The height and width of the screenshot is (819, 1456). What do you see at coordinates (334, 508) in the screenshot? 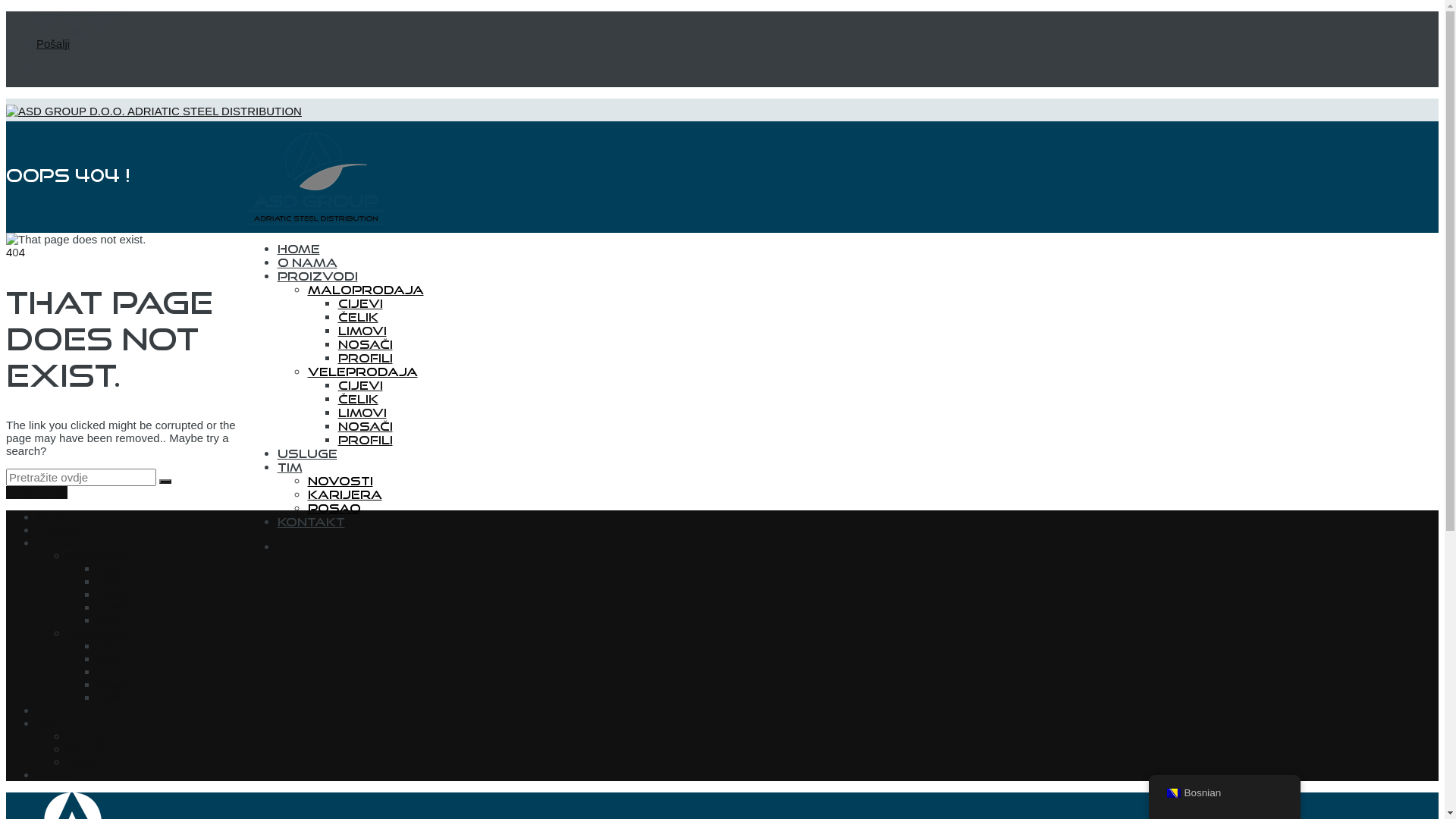
I see `'Posao'` at bounding box center [334, 508].